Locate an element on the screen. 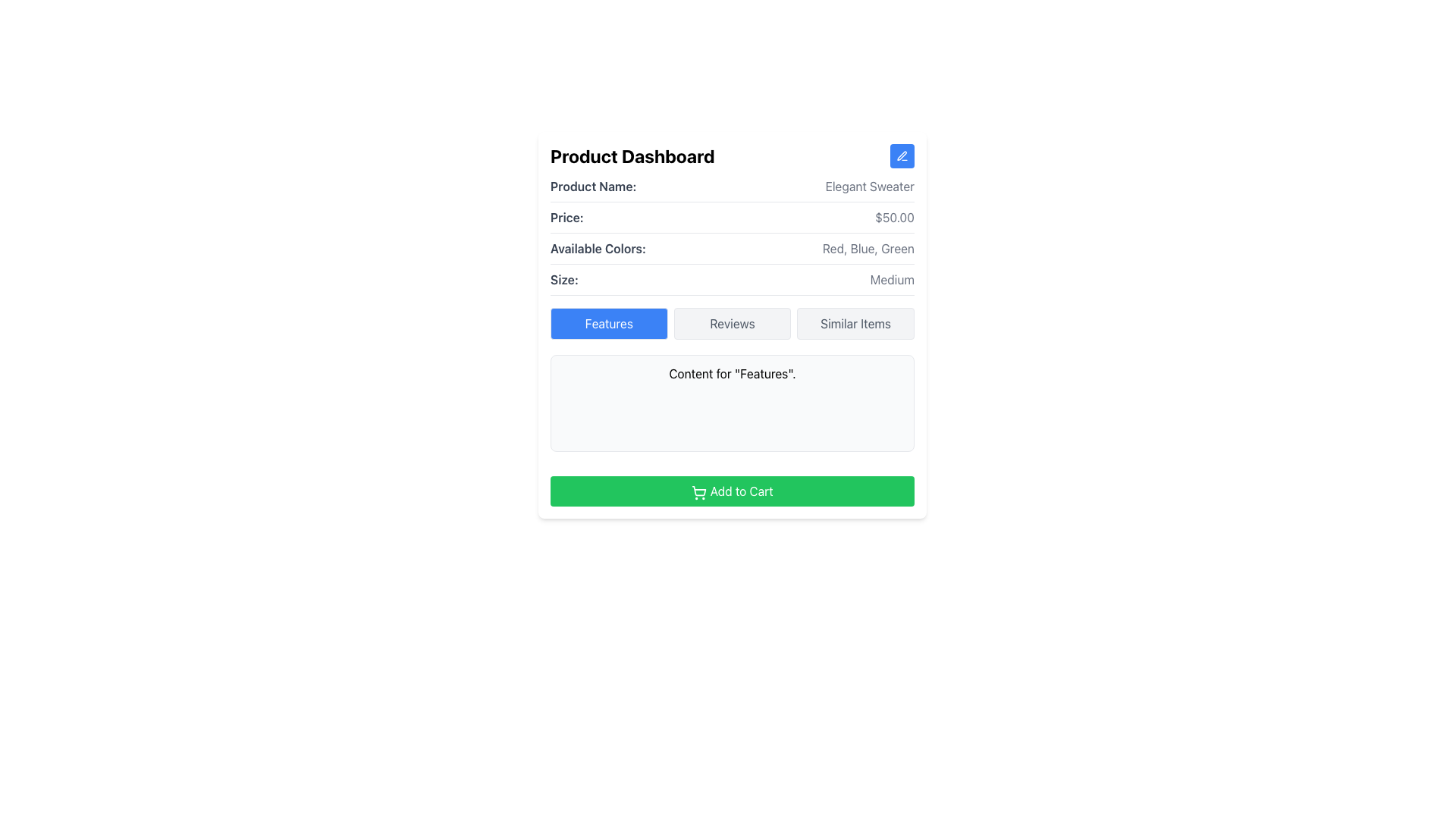  the static text label displaying '$50.00', which is styled in muted gray and positioned to the right of the label 'Price:' is located at coordinates (895, 217).